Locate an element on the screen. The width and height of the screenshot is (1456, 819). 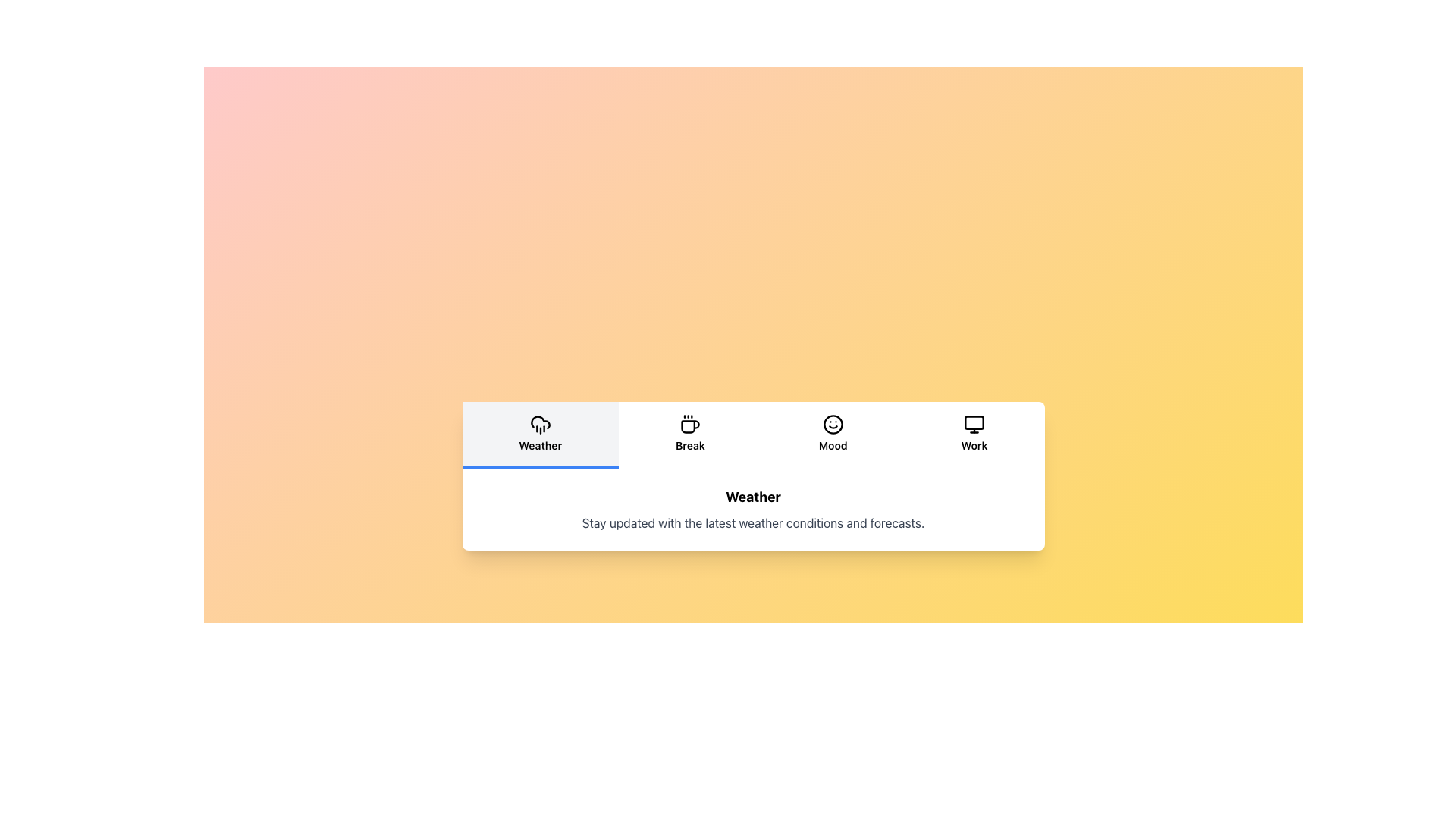
the third selectable tab labeled 'Mood' in the horizontal navigation menu to trigger potential hover effects is located at coordinates (832, 435).